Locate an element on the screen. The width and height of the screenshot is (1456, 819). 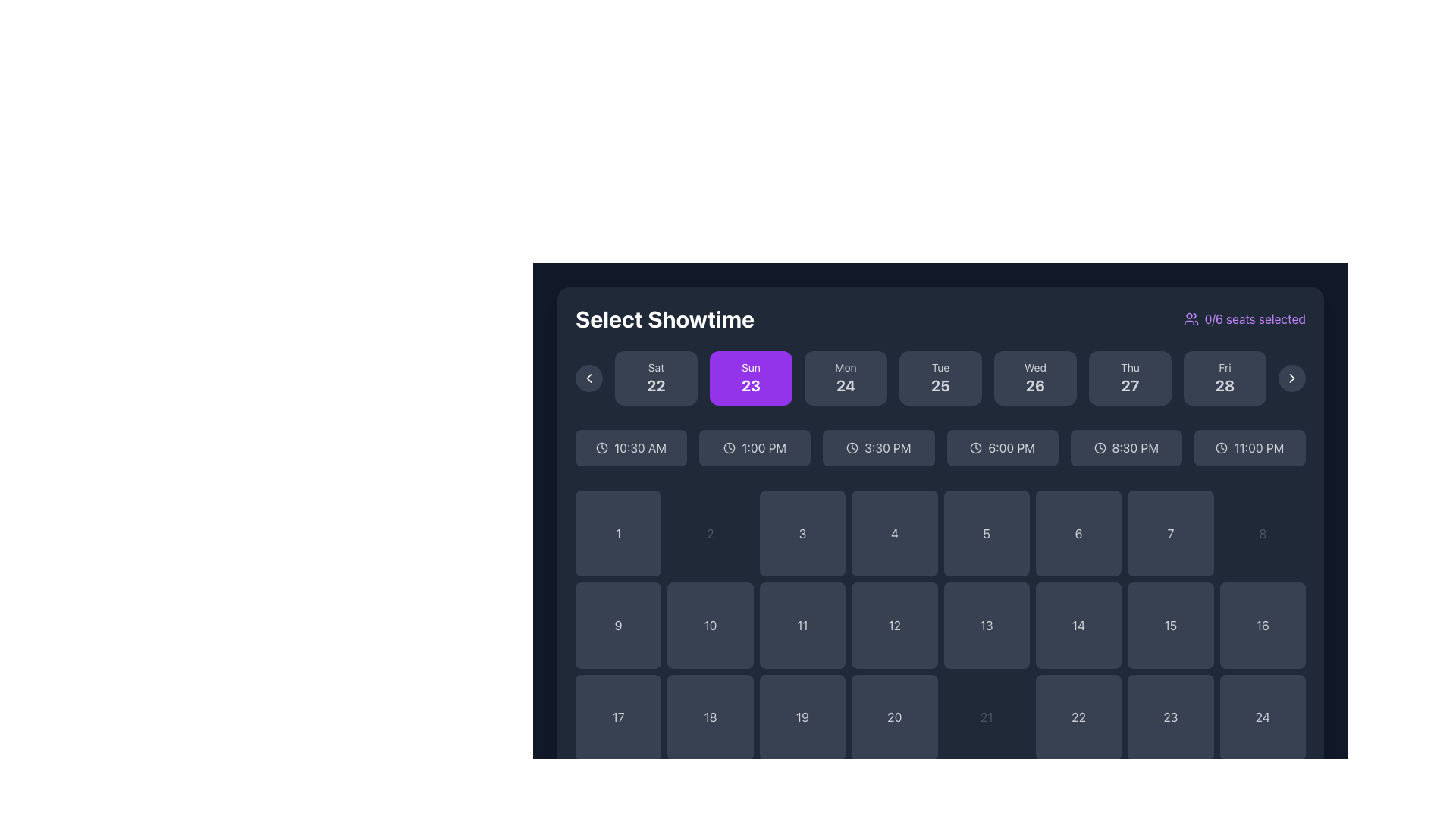
the square button with a dark gray background and highlighted number '13' is located at coordinates (987, 626).